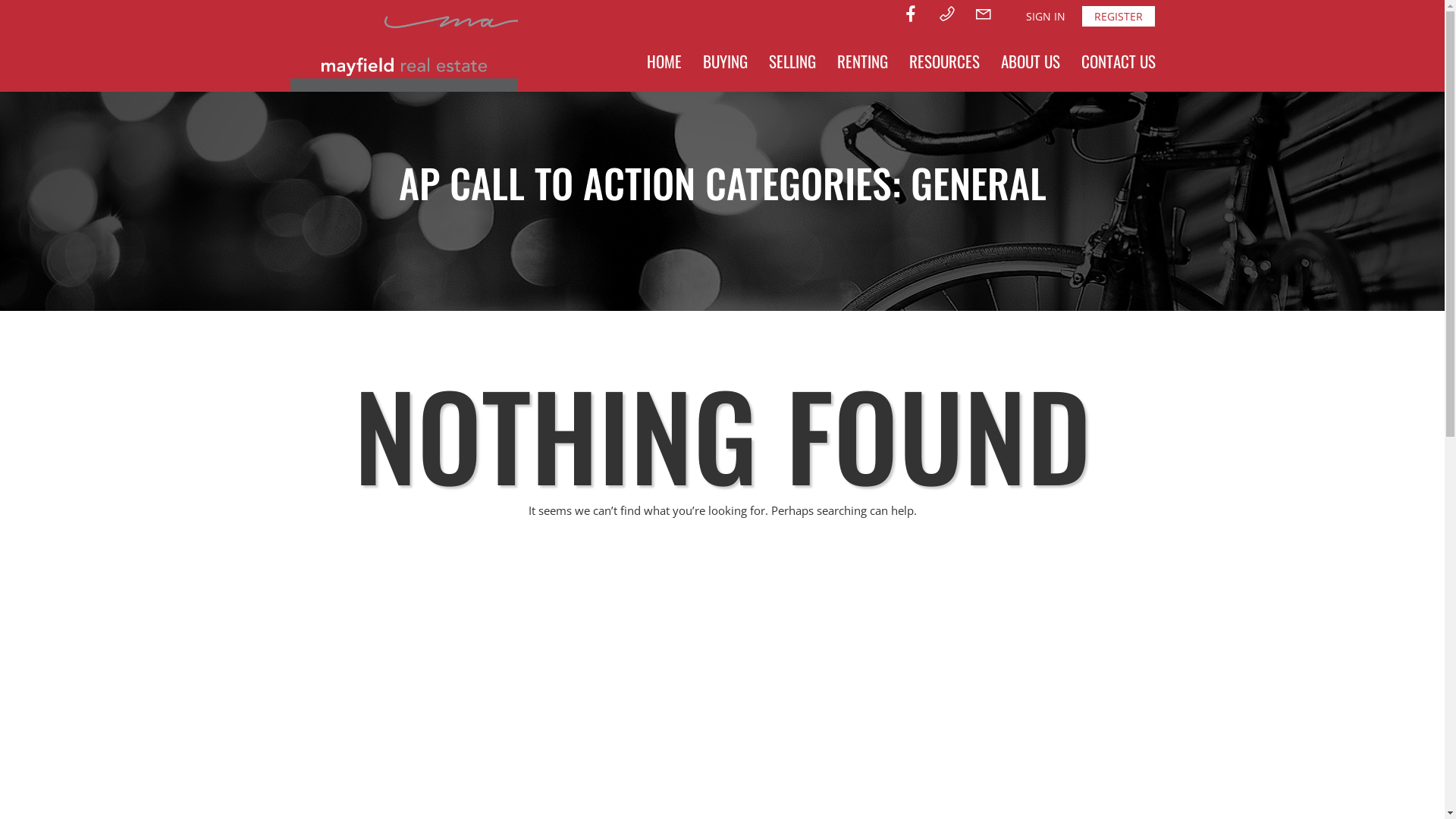 The height and width of the screenshot is (819, 1456). Describe the element at coordinates (825, 61) in the screenshot. I see `'RENTING'` at that location.